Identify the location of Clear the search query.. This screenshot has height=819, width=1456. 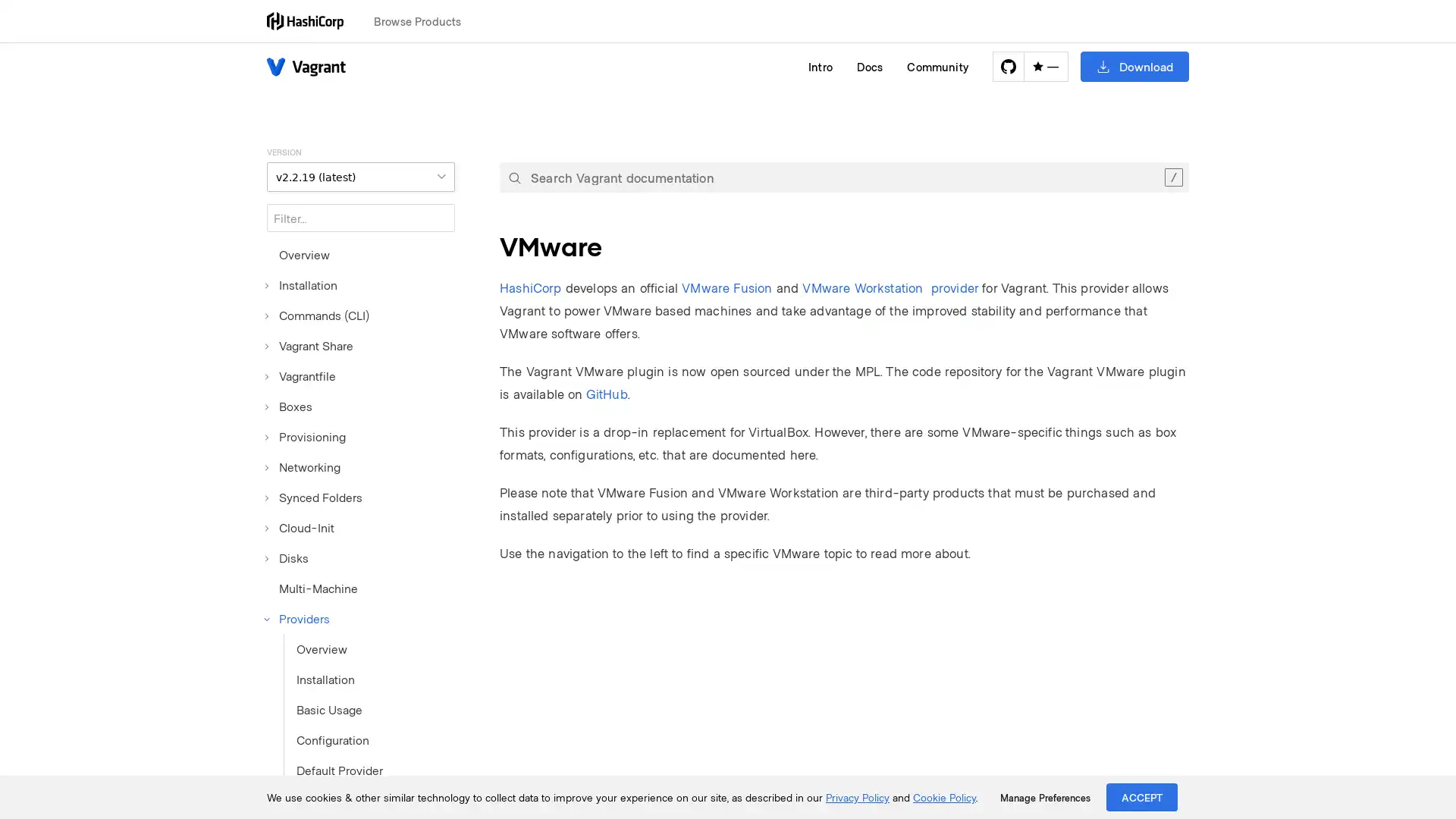
(1172, 177).